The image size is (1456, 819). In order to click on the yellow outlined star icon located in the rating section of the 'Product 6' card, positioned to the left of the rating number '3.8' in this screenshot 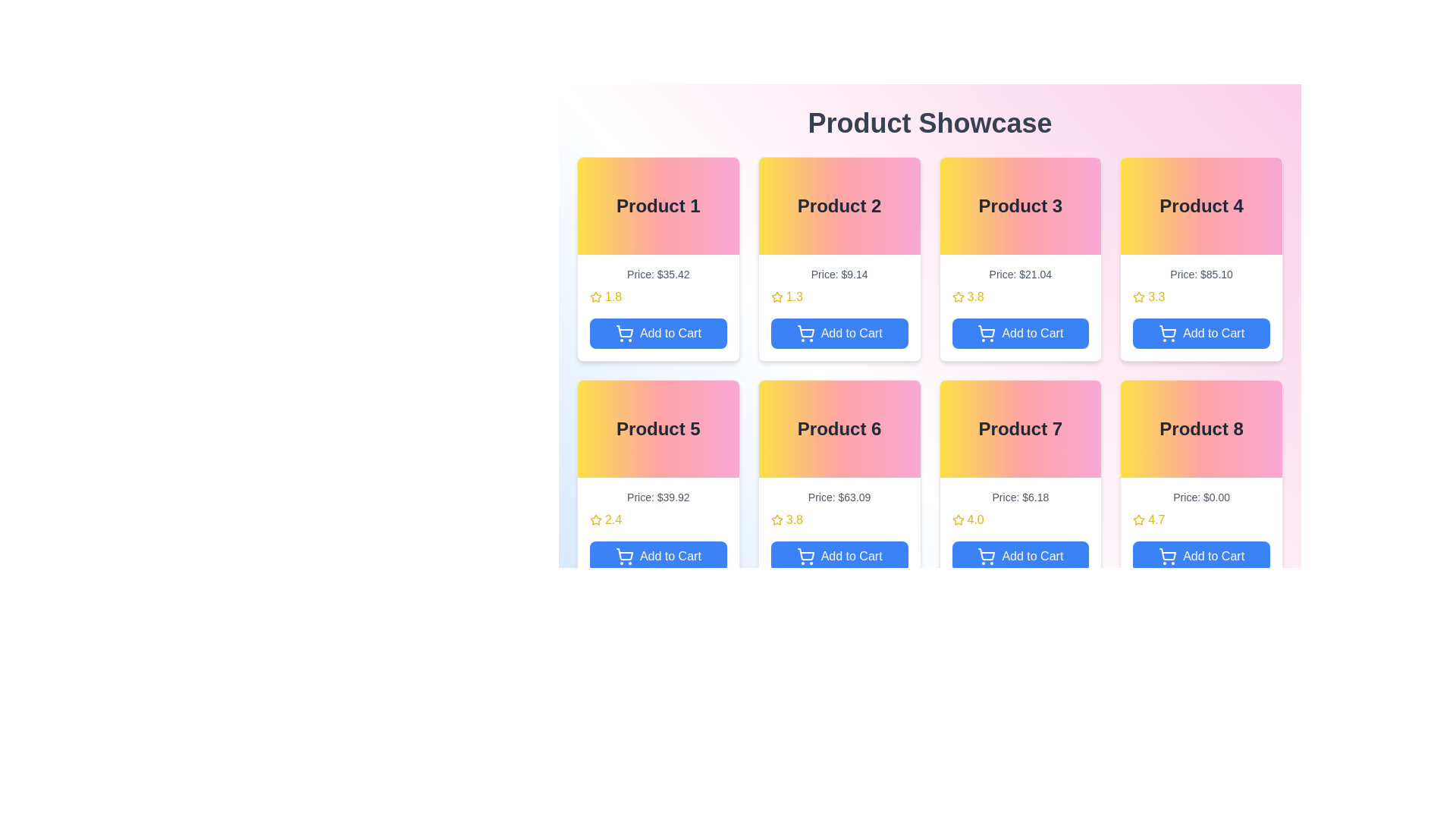, I will do `click(777, 519)`.